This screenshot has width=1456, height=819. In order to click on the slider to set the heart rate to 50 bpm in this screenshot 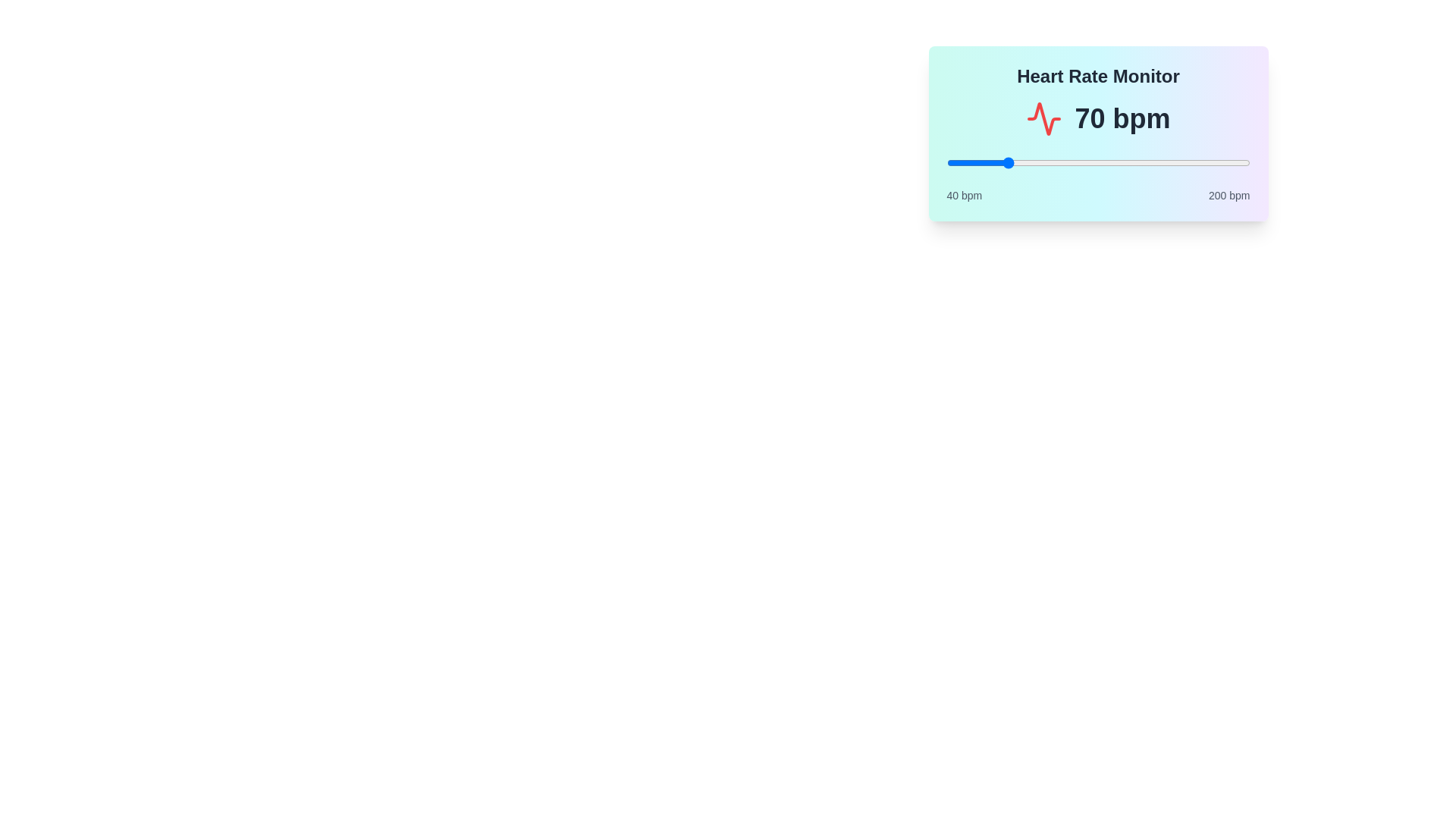, I will do `click(965, 163)`.